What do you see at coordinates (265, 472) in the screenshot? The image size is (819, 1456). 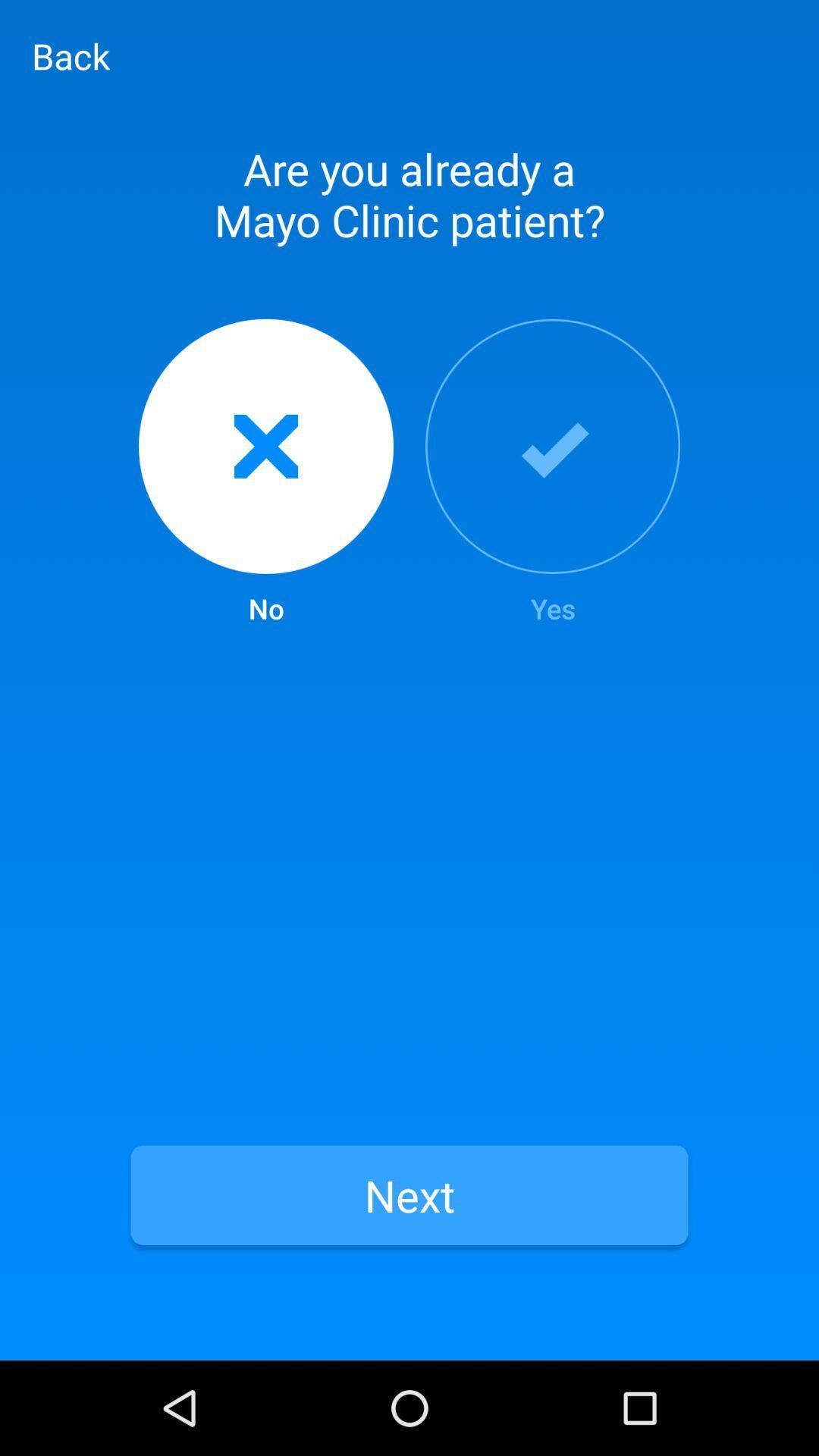 I see `icon below are you already item` at bounding box center [265, 472].